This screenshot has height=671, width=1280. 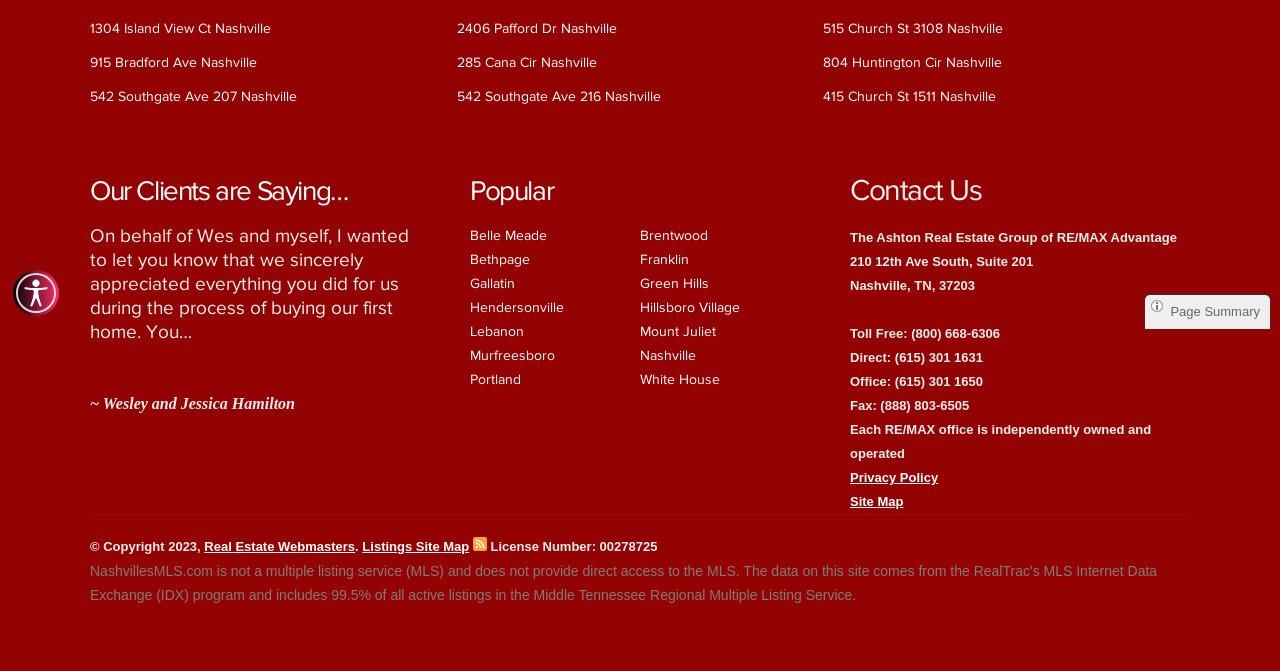 What do you see at coordinates (1213, 311) in the screenshot?
I see `'Page Summary'` at bounding box center [1213, 311].